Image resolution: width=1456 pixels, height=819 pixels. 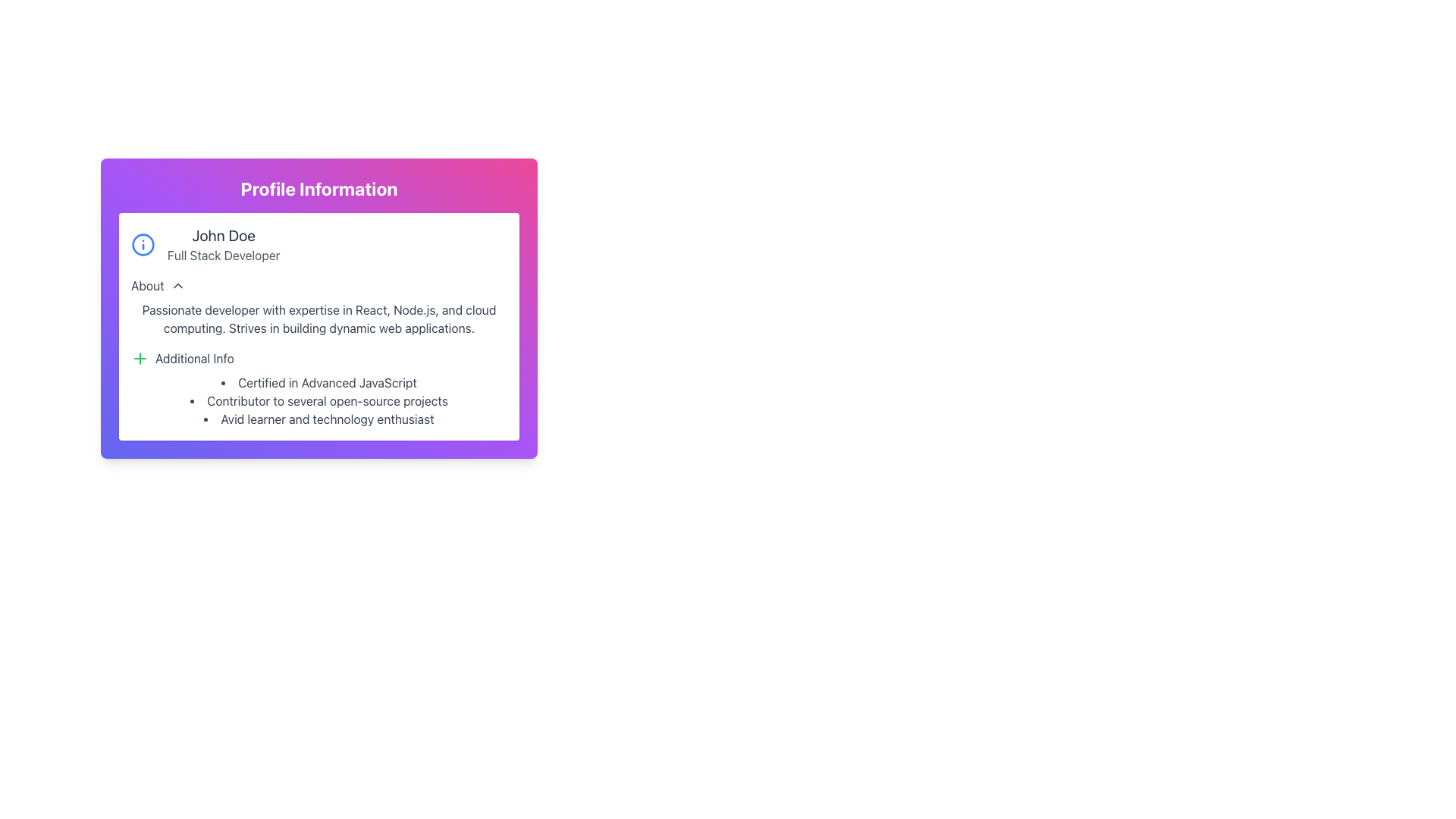 I want to click on the downward-pointing chevron arrow icon, which is styled in a bold outline and located adjacent to the 'About' text, so click(x=177, y=286).